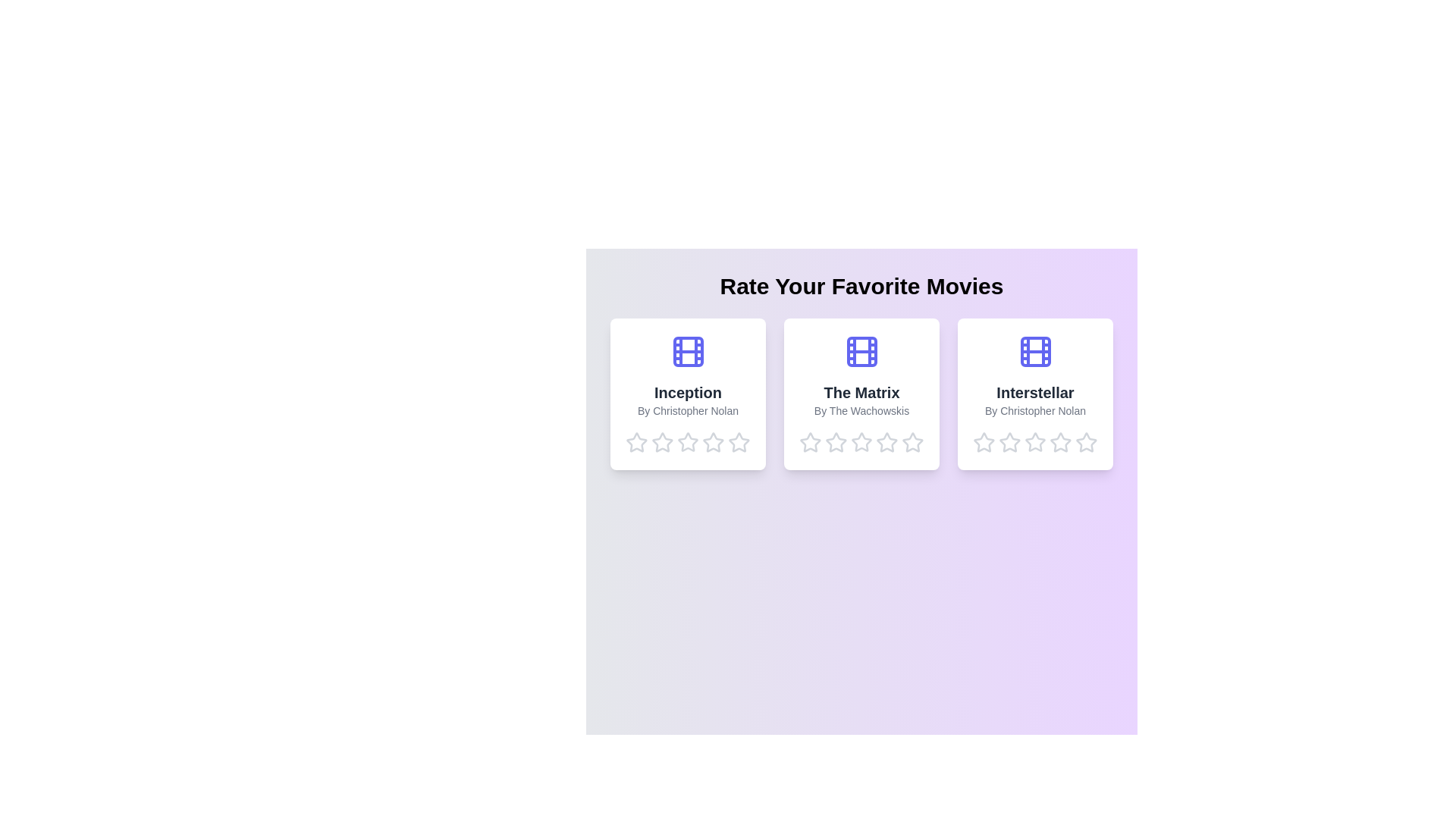 This screenshot has height=819, width=1456. What do you see at coordinates (1060, 442) in the screenshot?
I see `the star corresponding to 4 stars for the movie Interstellar` at bounding box center [1060, 442].